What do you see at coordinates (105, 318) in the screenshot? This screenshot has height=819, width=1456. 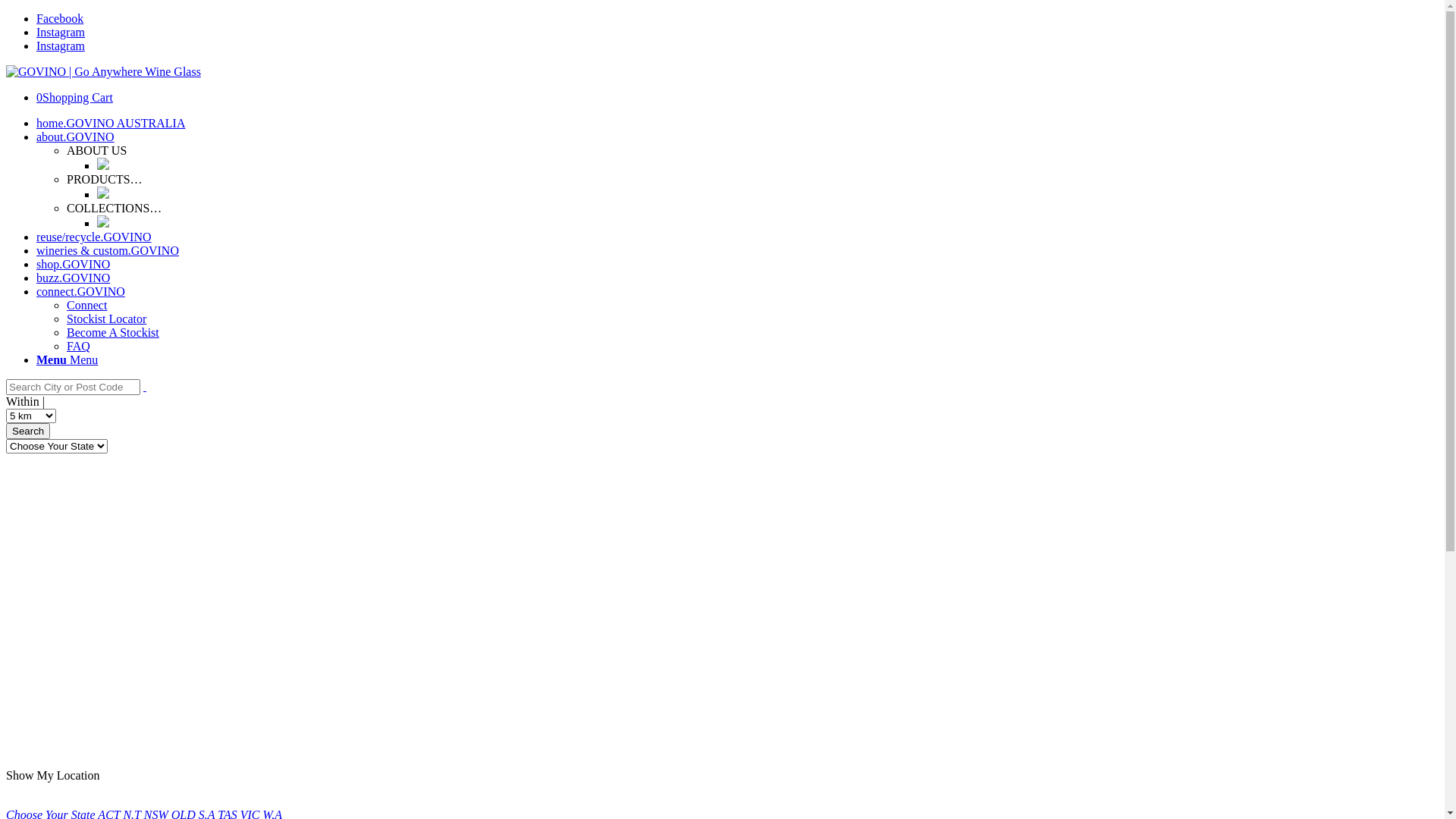 I see `'Stockist Locator'` at bounding box center [105, 318].